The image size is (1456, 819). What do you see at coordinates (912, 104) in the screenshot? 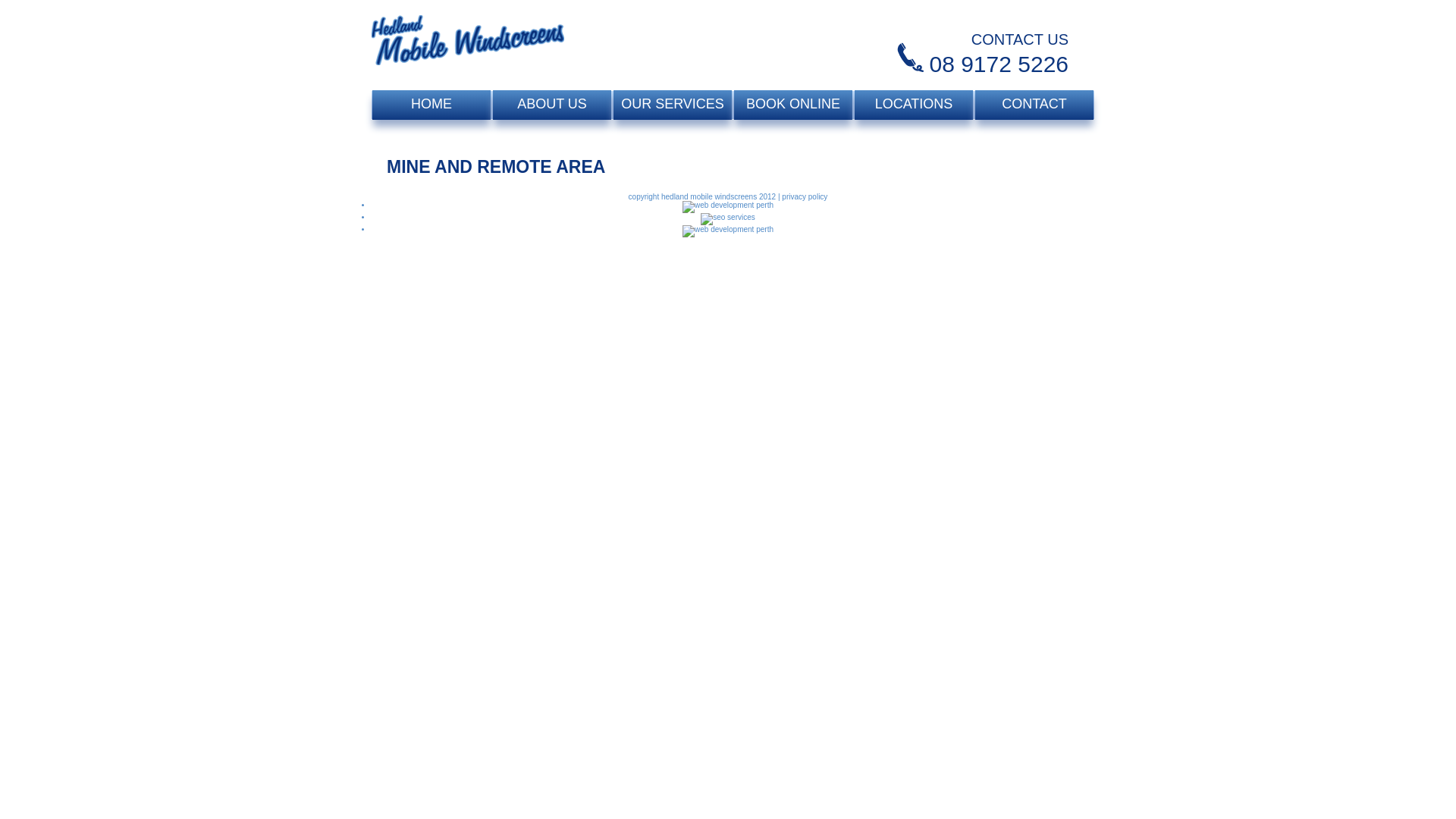
I see `'LOCATIONS'` at bounding box center [912, 104].